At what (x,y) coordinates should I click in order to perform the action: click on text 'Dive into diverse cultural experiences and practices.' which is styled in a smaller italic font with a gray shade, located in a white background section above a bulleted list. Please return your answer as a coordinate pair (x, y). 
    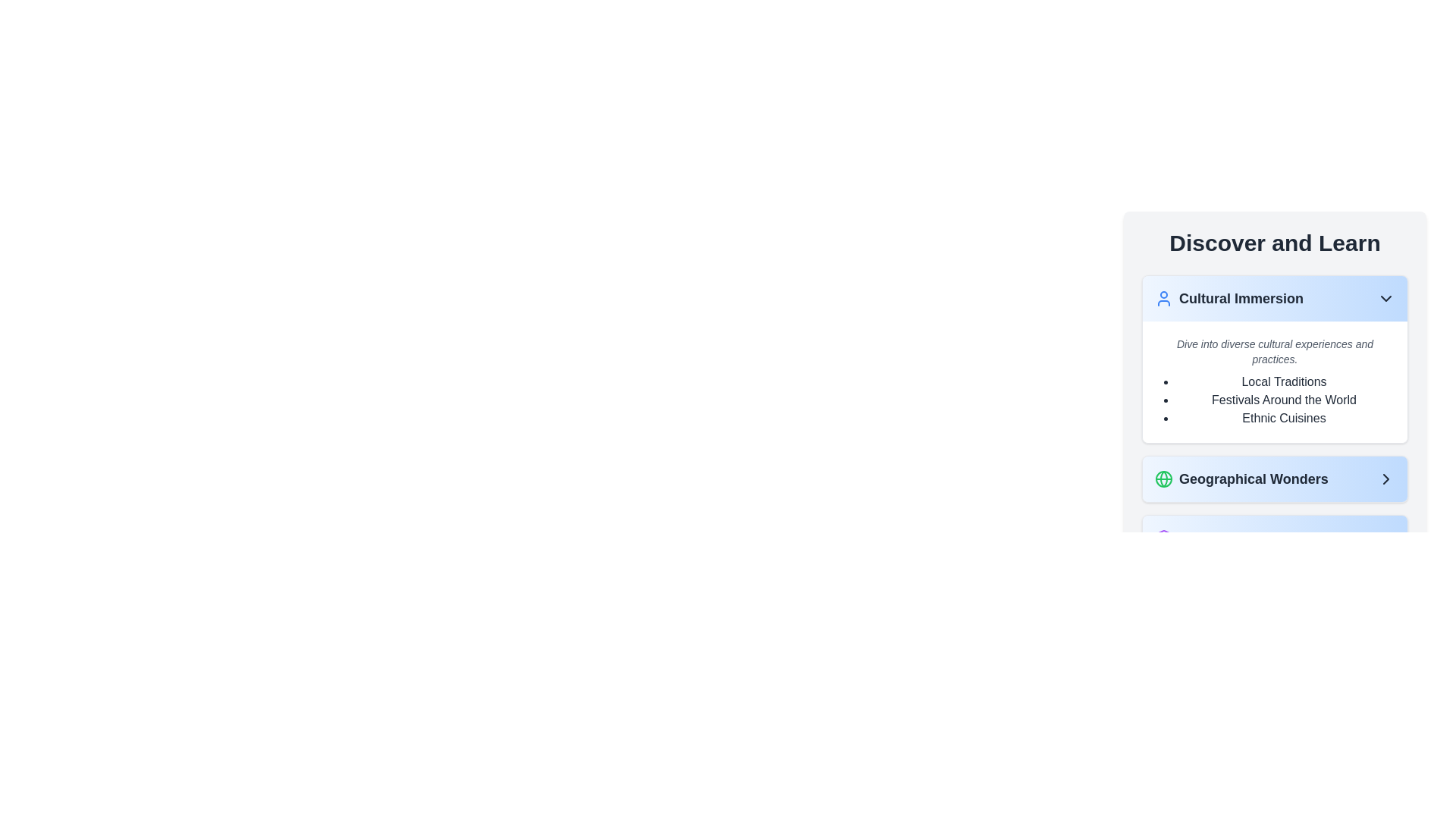
    Looking at the image, I should click on (1274, 351).